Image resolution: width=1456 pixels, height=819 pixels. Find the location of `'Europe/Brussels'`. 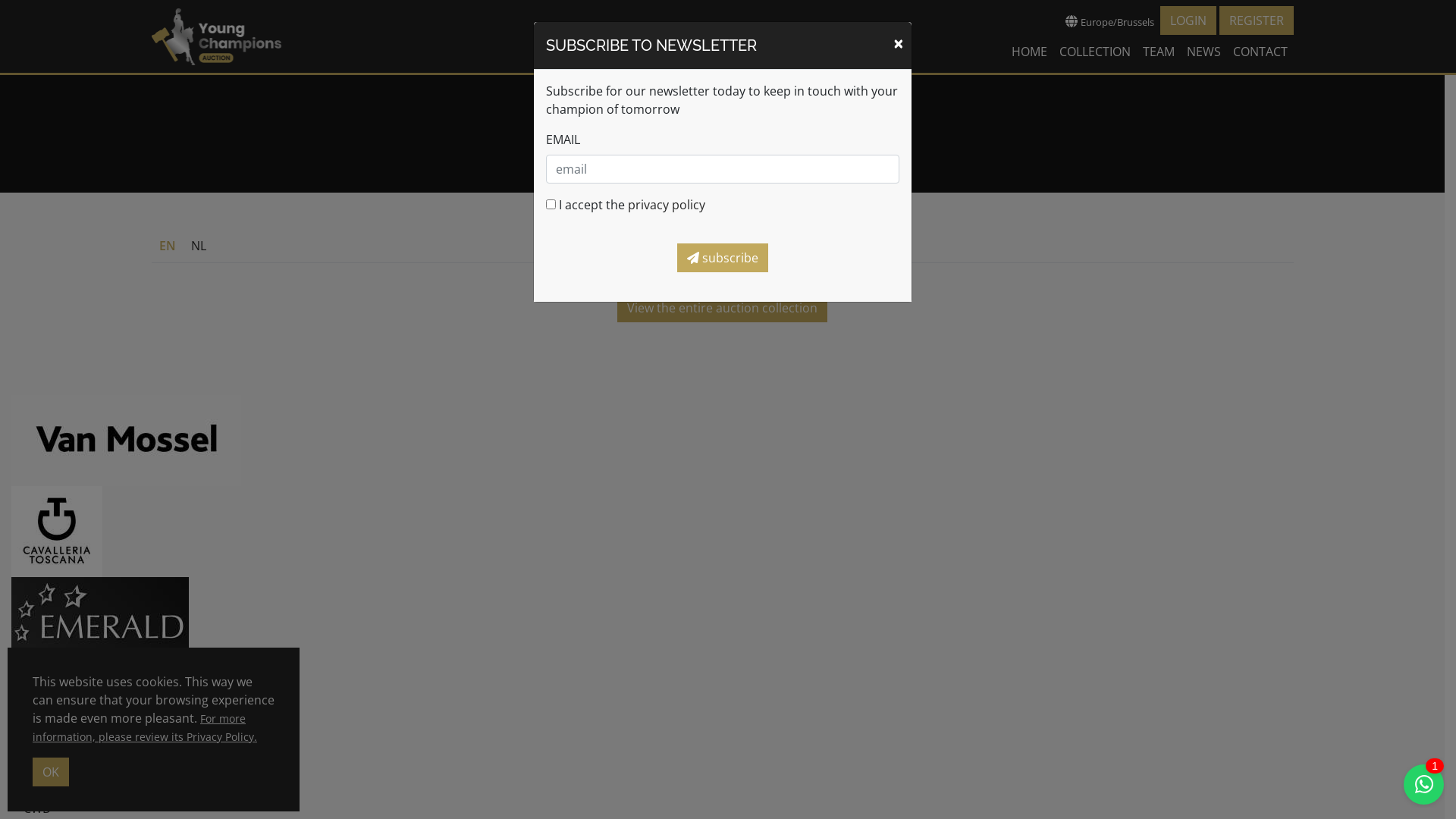

'Europe/Brussels' is located at coordinates (1109, 20).